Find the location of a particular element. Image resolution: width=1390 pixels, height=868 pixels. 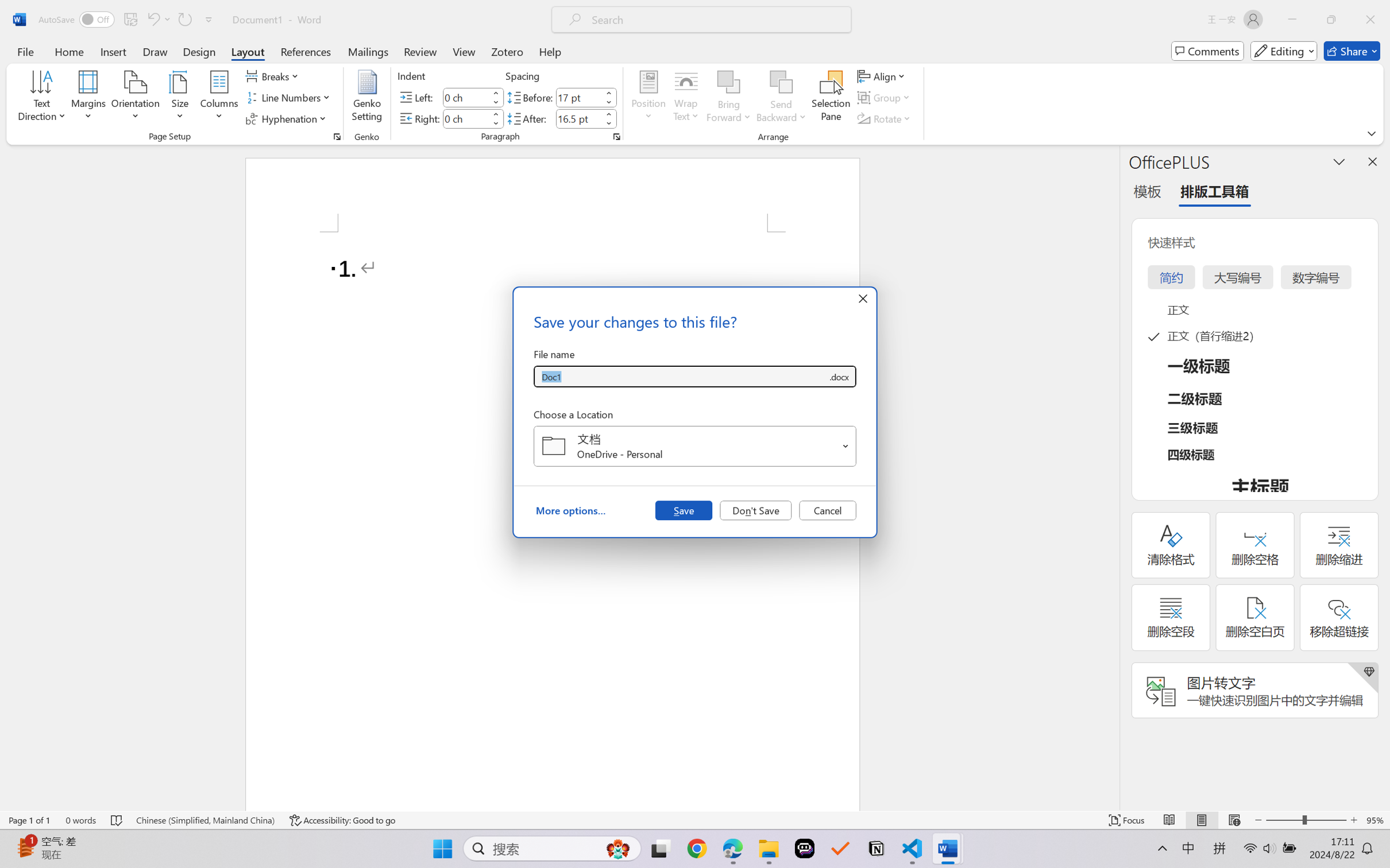

'Indent Right' is located at coordinates (465, 118).